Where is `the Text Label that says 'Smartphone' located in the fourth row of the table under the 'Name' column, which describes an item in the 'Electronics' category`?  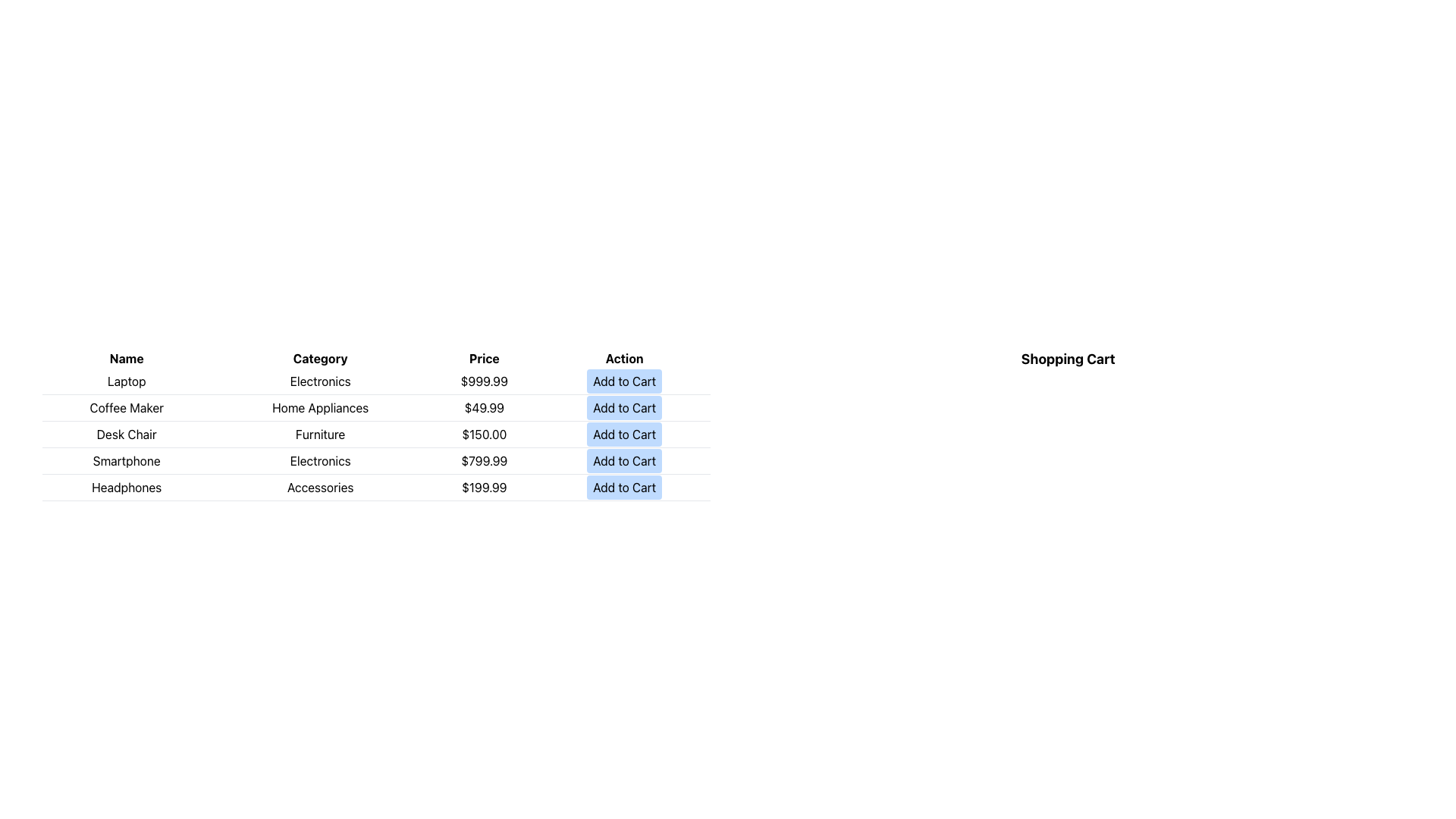 the Text Label that says 'Smartphone' located in the fourth row of the table under the 'Name' column, which describes an item in the 'Electronics' category is located at coordinates (127, 460).